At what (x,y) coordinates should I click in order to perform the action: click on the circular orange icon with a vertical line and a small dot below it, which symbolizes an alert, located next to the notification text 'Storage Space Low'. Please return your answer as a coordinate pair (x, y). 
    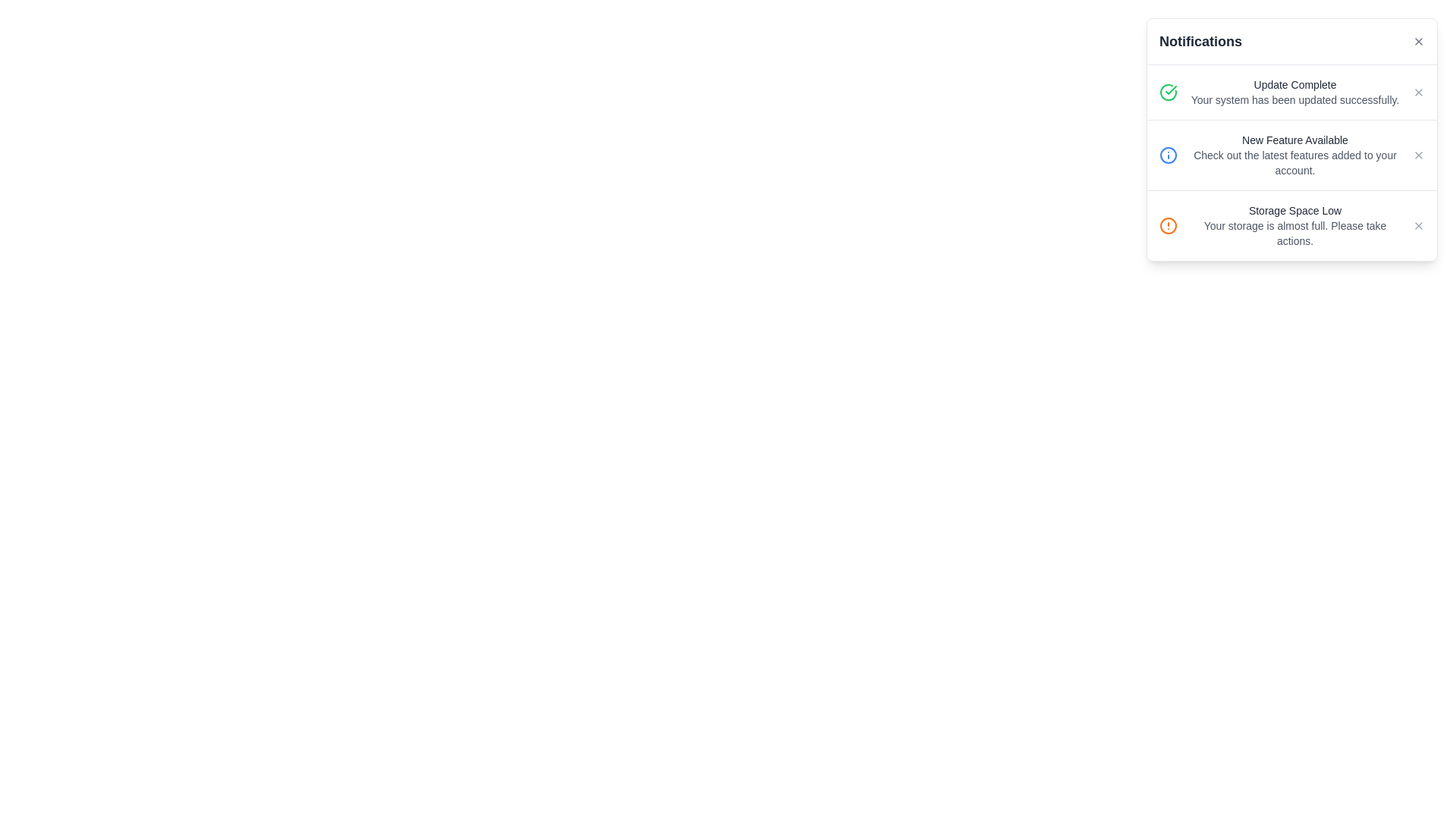
    Looking at the image, I should click on (1167, 225).